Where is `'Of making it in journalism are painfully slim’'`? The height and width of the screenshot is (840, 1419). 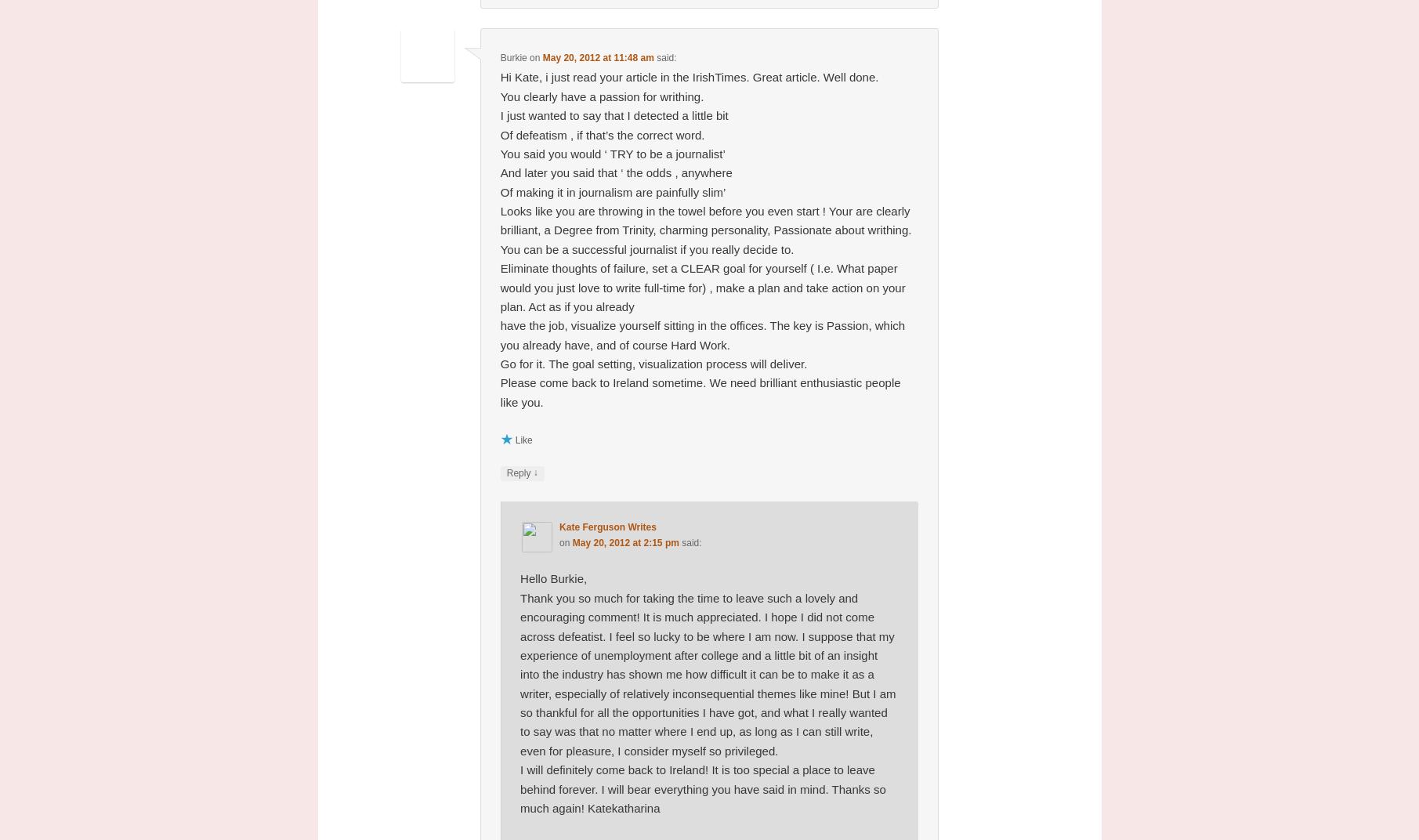 'Of making it in journalism are painfully slim’' is located at coordinates (611, 191).